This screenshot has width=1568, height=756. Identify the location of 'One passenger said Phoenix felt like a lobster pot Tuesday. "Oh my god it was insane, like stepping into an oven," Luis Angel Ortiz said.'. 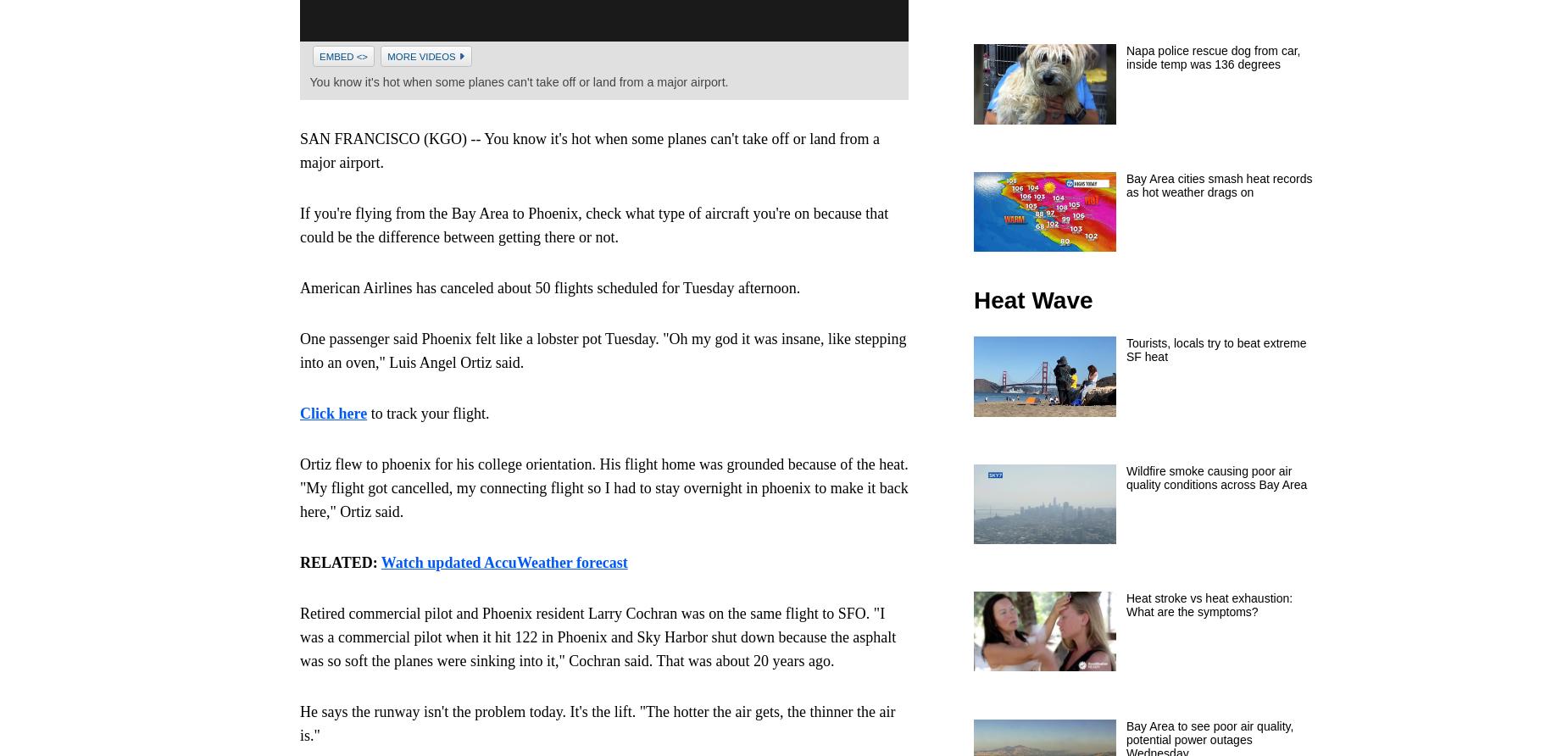
(603, 349).